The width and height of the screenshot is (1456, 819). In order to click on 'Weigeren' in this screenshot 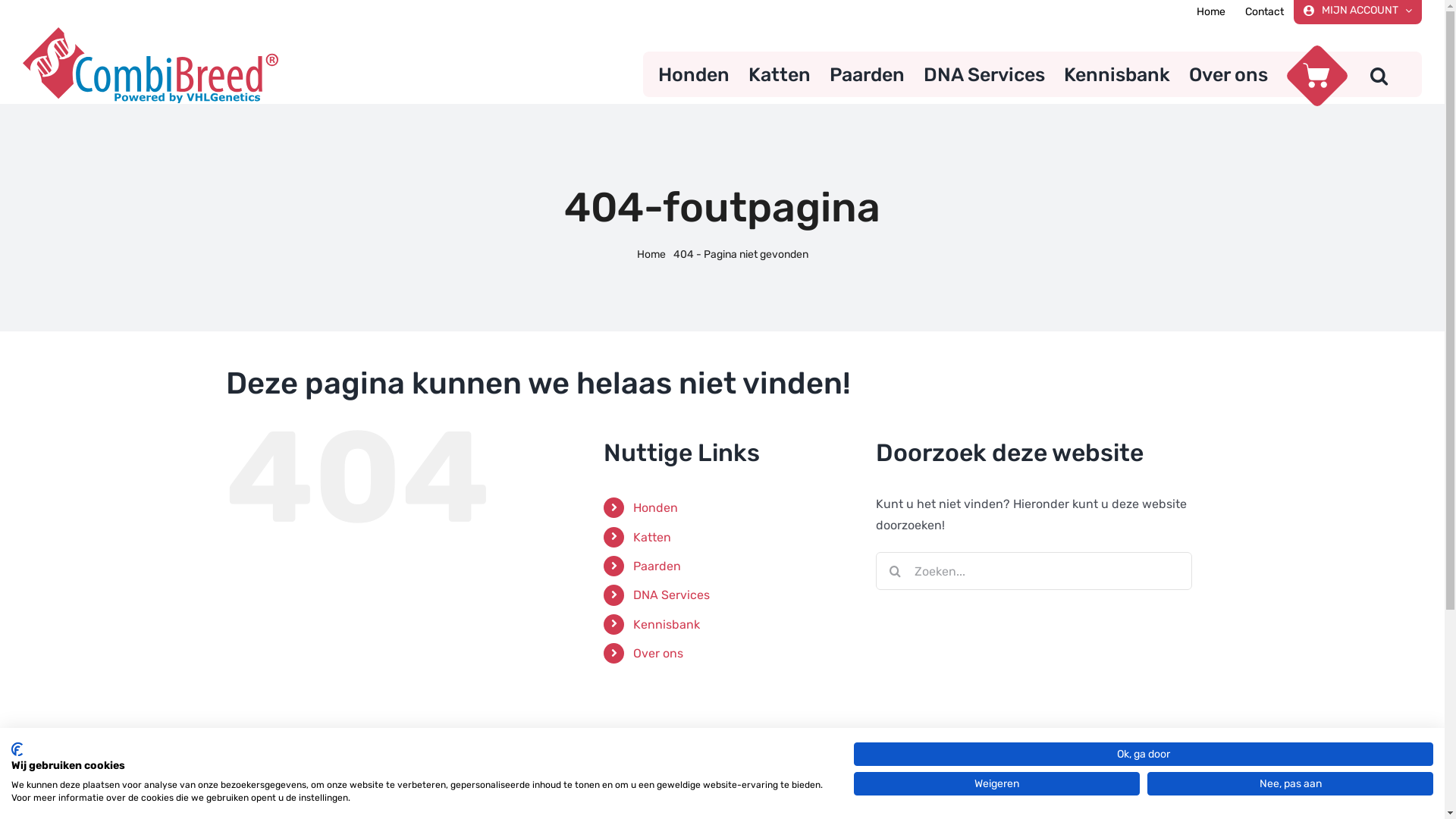, I will do `click(996, 783)`.